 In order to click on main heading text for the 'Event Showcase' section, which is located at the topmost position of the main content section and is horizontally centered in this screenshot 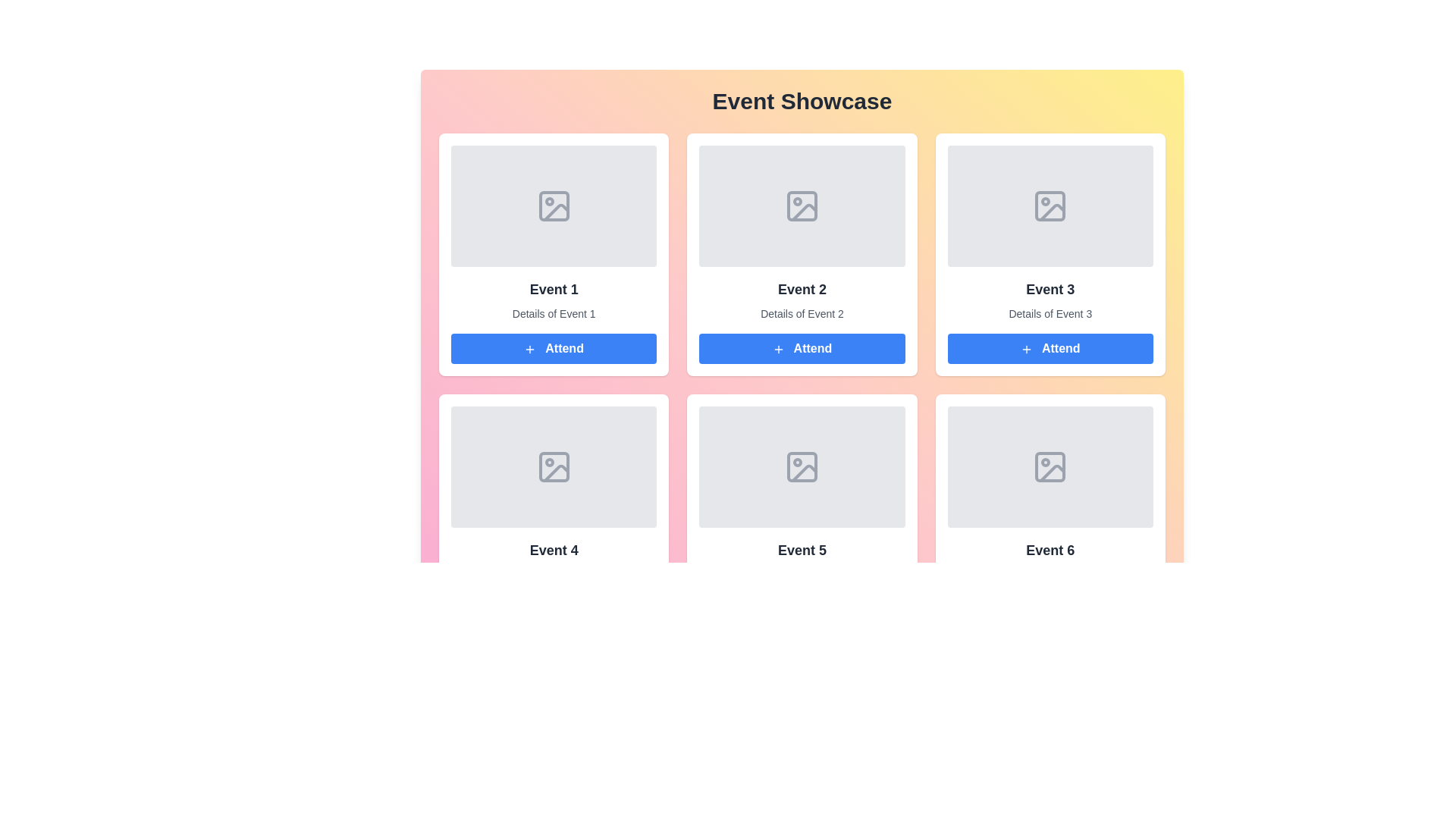, I will do `click(801, 102)`.